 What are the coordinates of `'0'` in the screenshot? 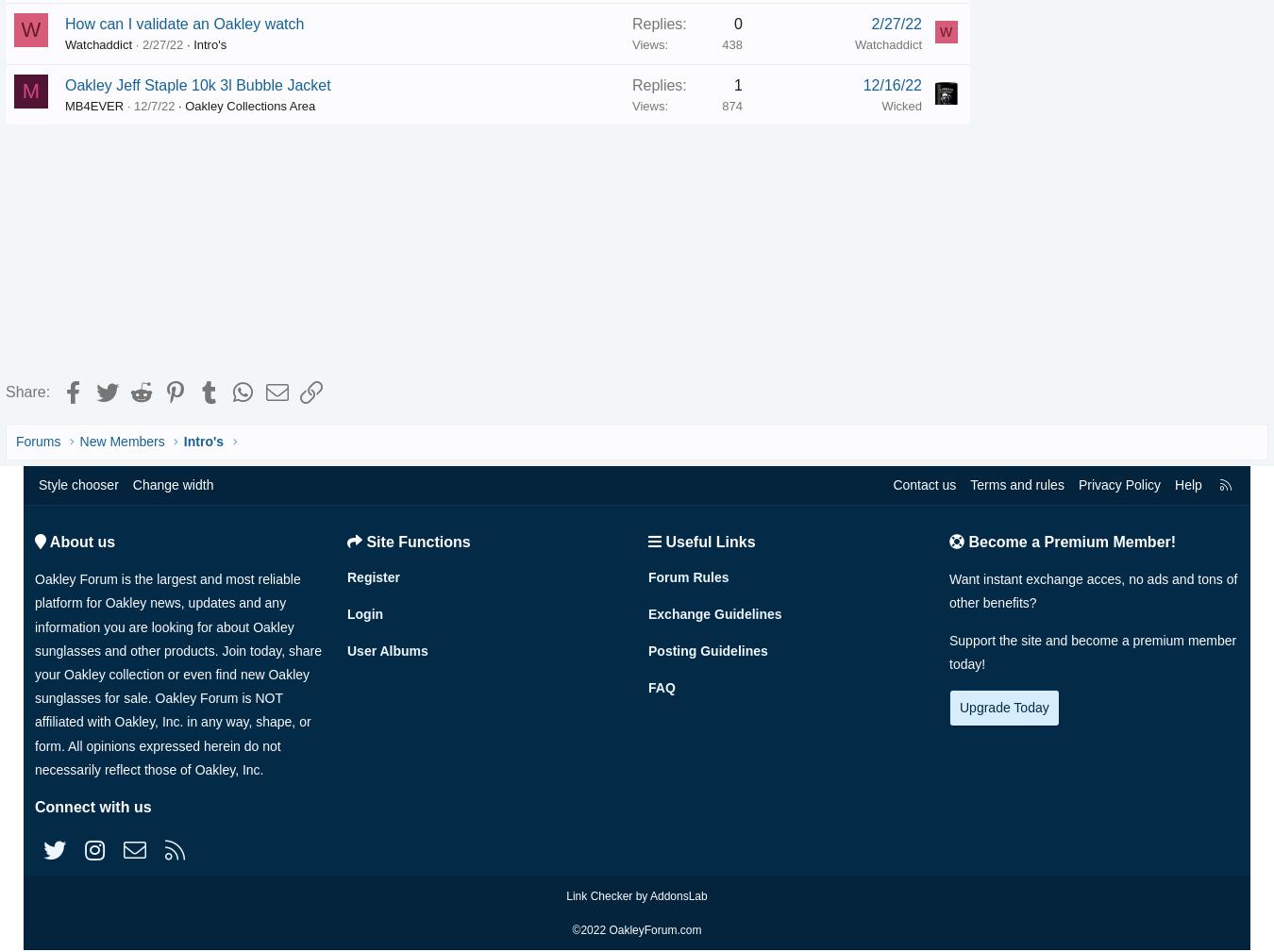 It's located at (710, 23).